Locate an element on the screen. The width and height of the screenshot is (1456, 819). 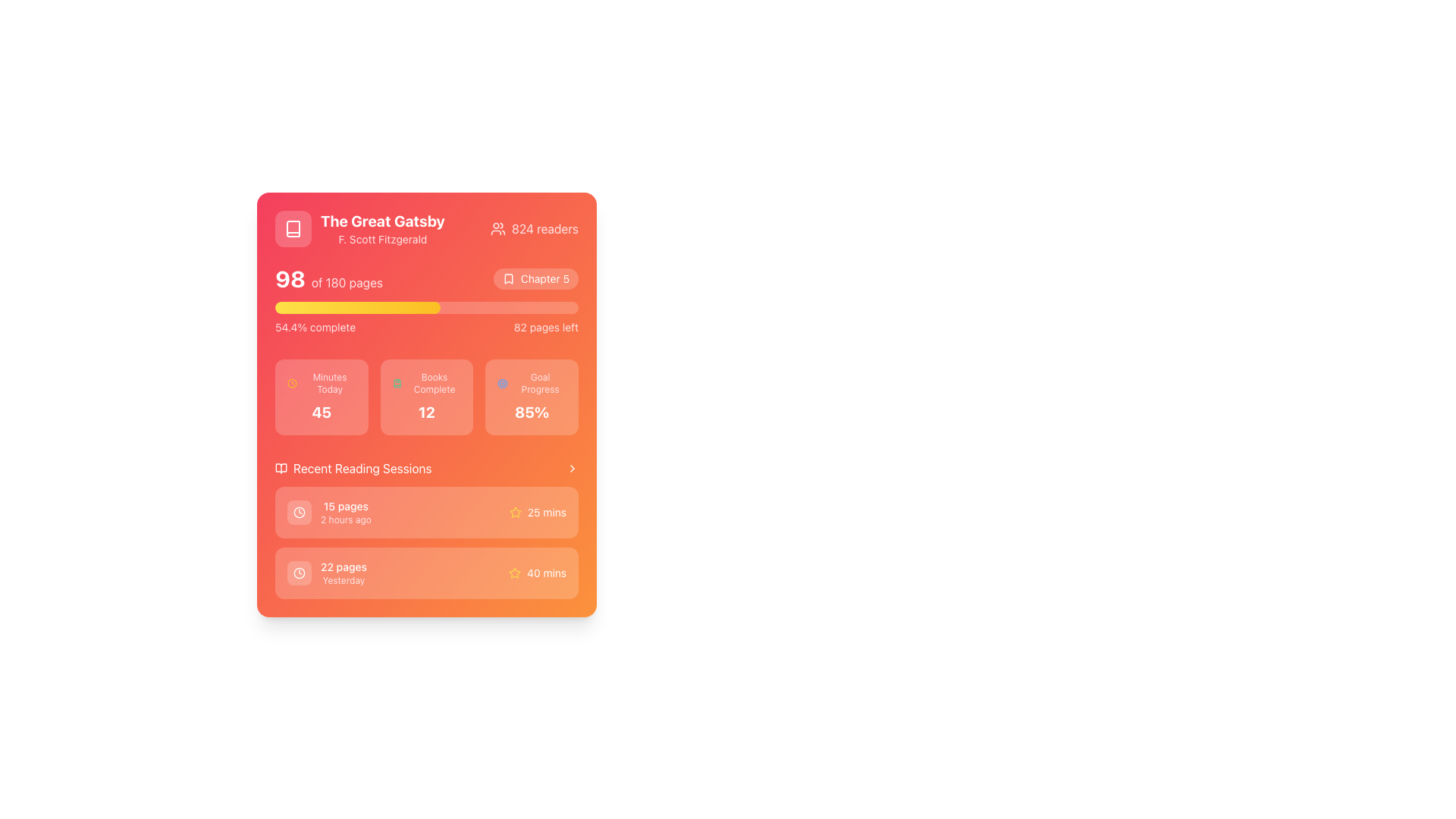
the first Informational card styled with a semi-transparent white overlay, displaying 'Minutes Today' and the value '45', located in the top-left corner of the grid layout is located at coordinates (321, 397).